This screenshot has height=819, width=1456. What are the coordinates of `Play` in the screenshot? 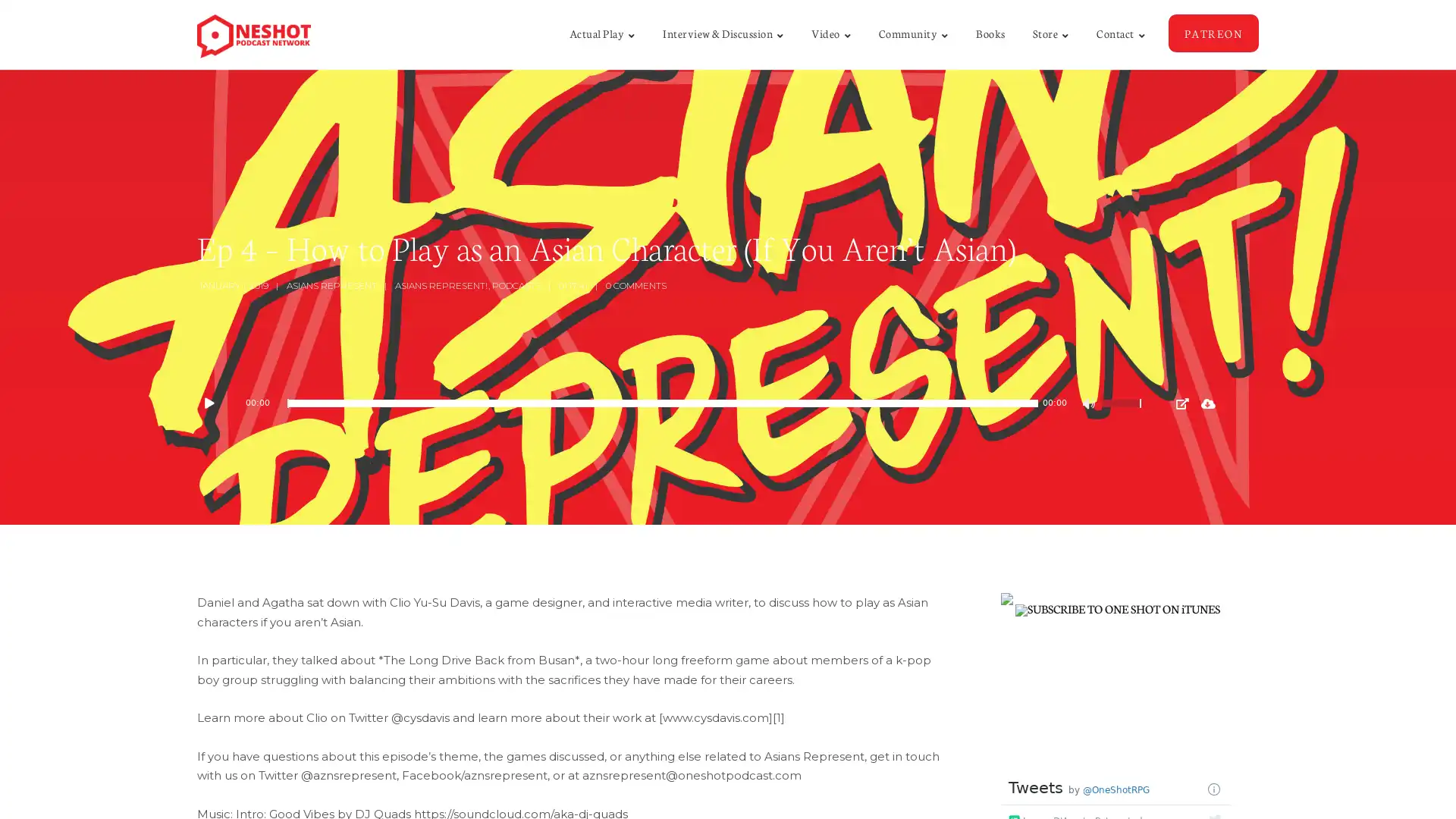 It's located at (216, 403).